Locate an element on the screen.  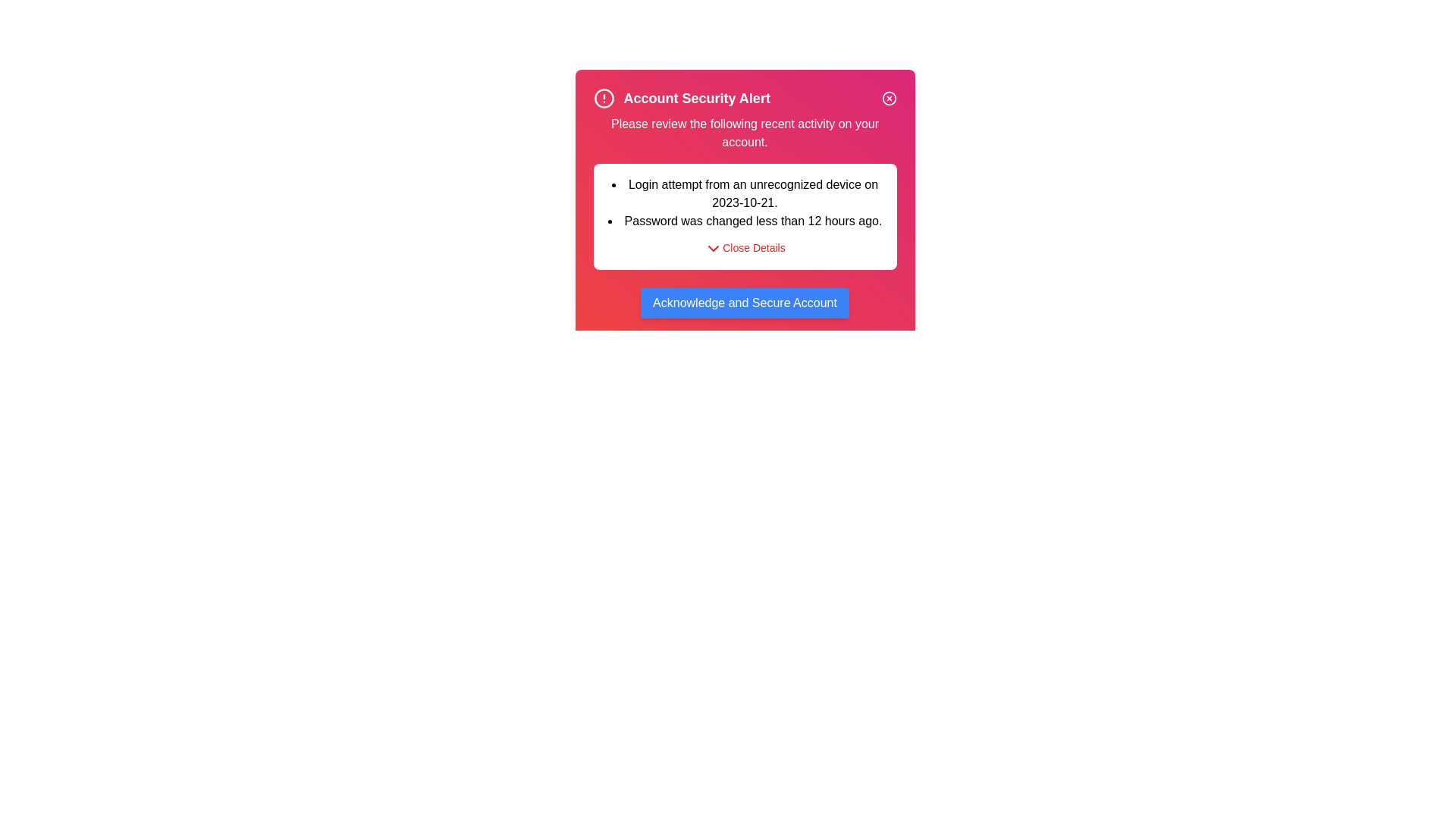
the 'Account Security Alert' header-style component, which features a bold text next to an alert icon on a gradient red background is located at coordinates (681, 99).